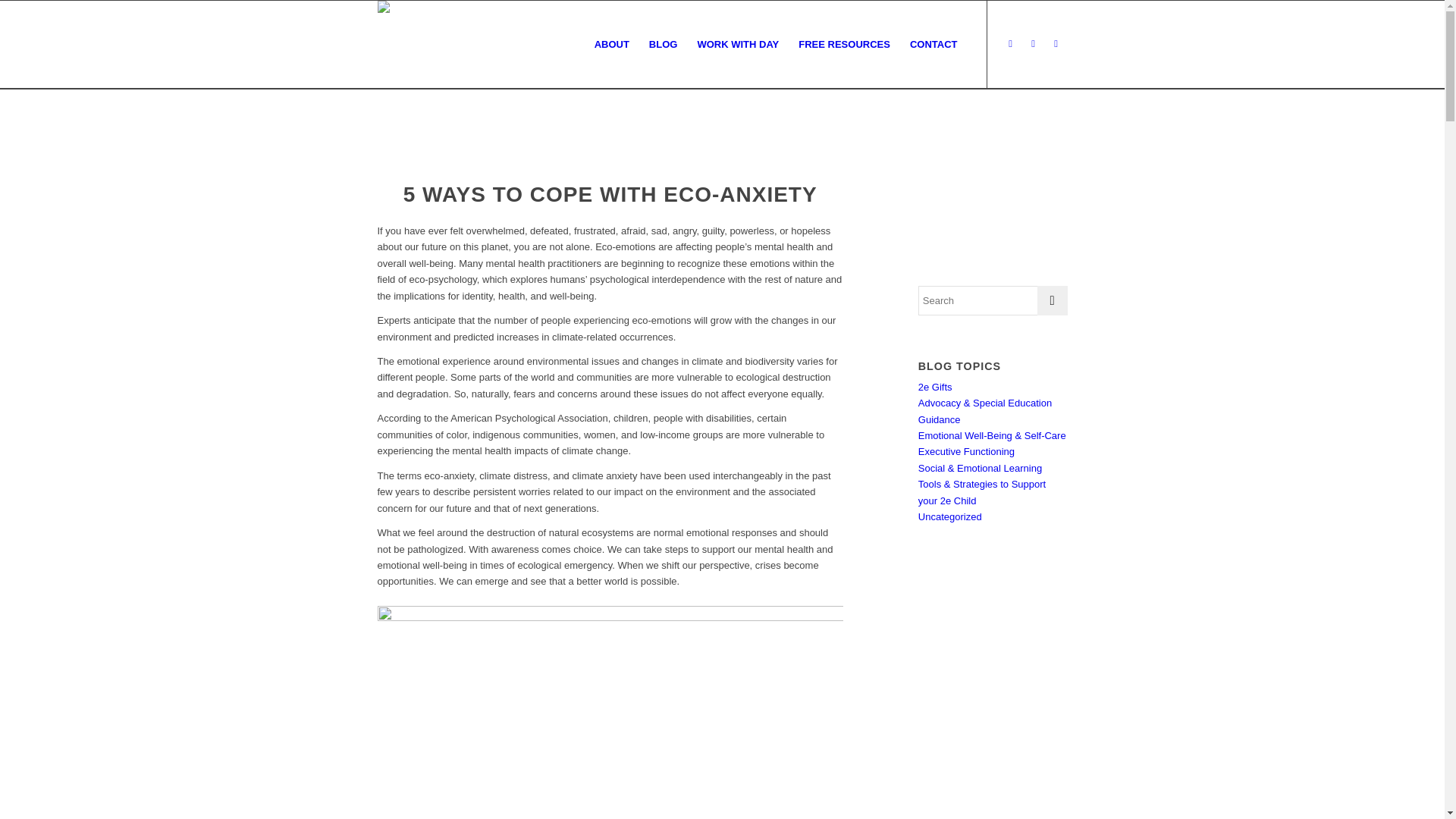 This screenshot has height=819, width=1456. Describe the element at coordinates (985, 411) in the screenshot. I see `'Advocacy & Special Education Guidance'` at that location.